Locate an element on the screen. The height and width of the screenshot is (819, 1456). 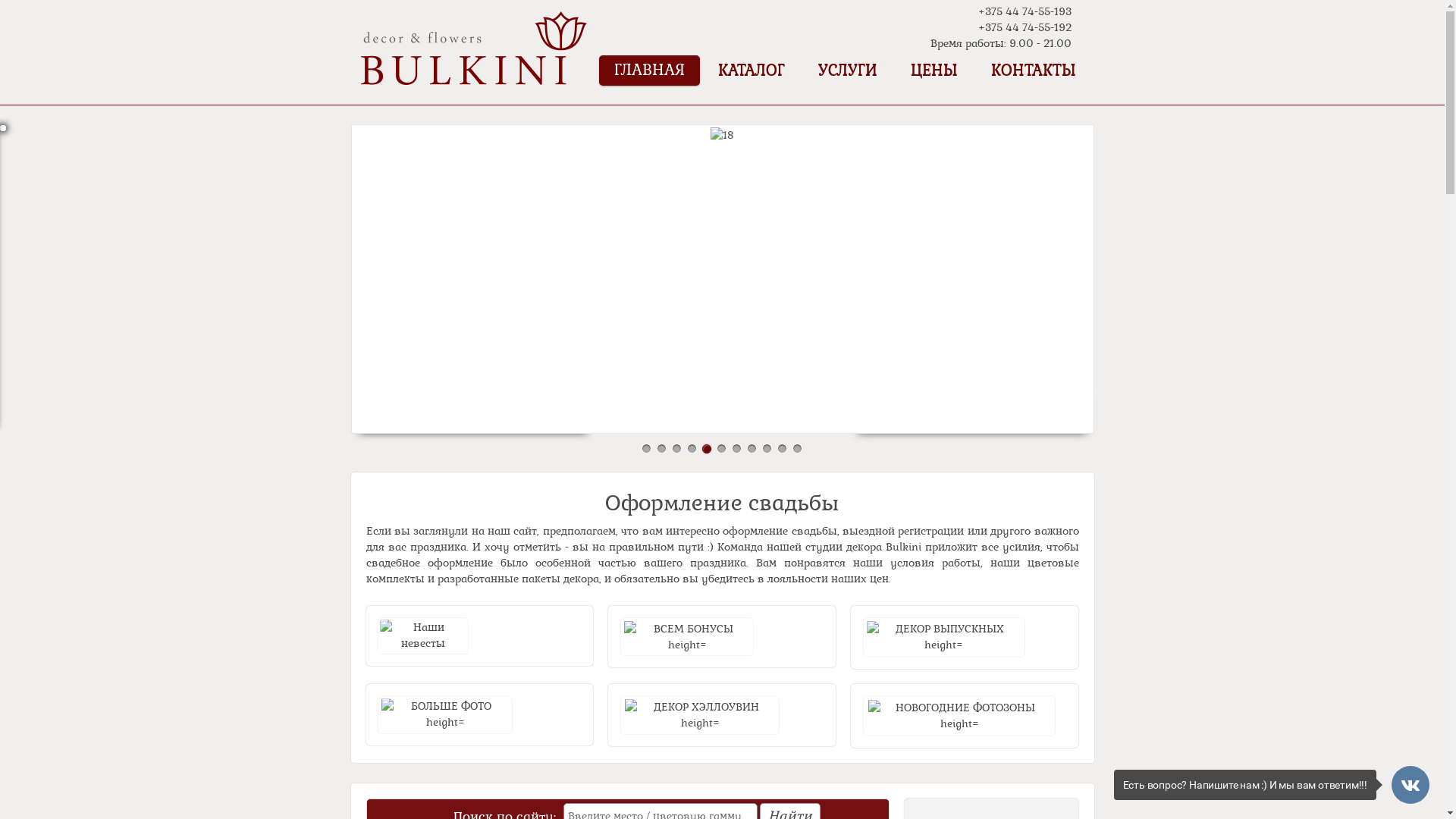
'+375 44 74-55-193' is located at coordinates (1025, 11).